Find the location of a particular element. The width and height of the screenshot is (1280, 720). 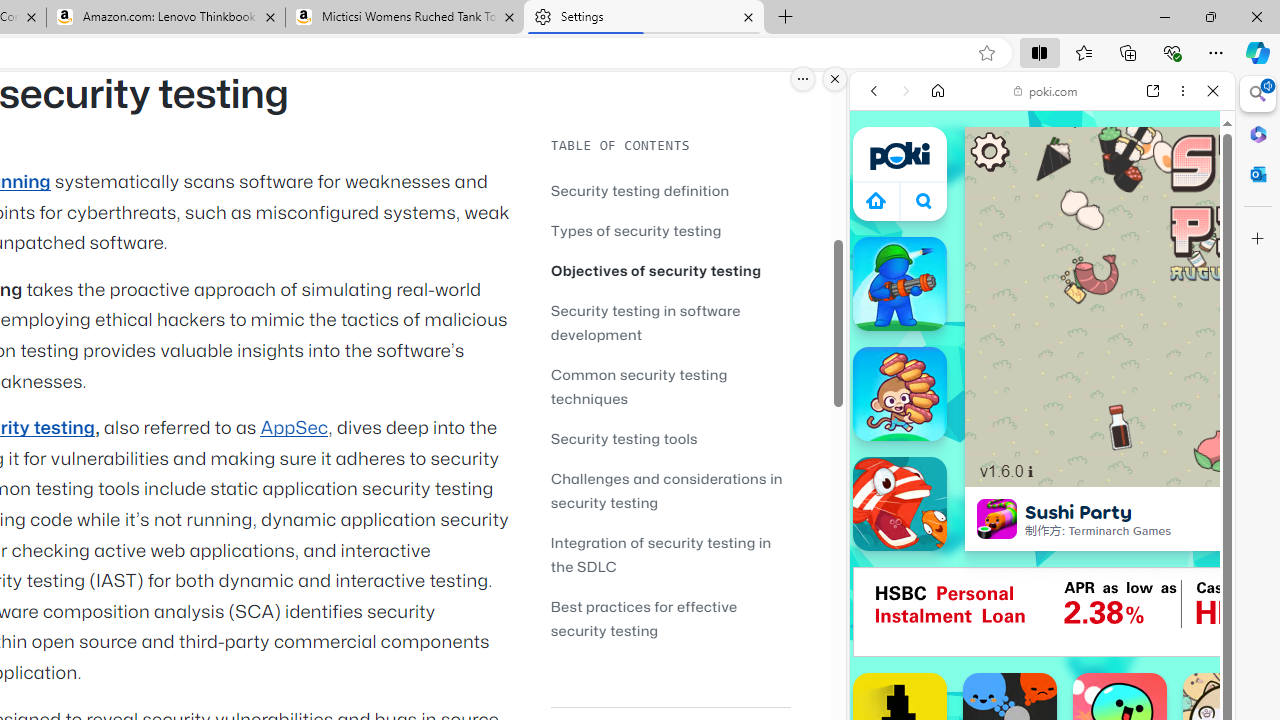

'Common security testing techniques' is located at coordinates (638, 386).